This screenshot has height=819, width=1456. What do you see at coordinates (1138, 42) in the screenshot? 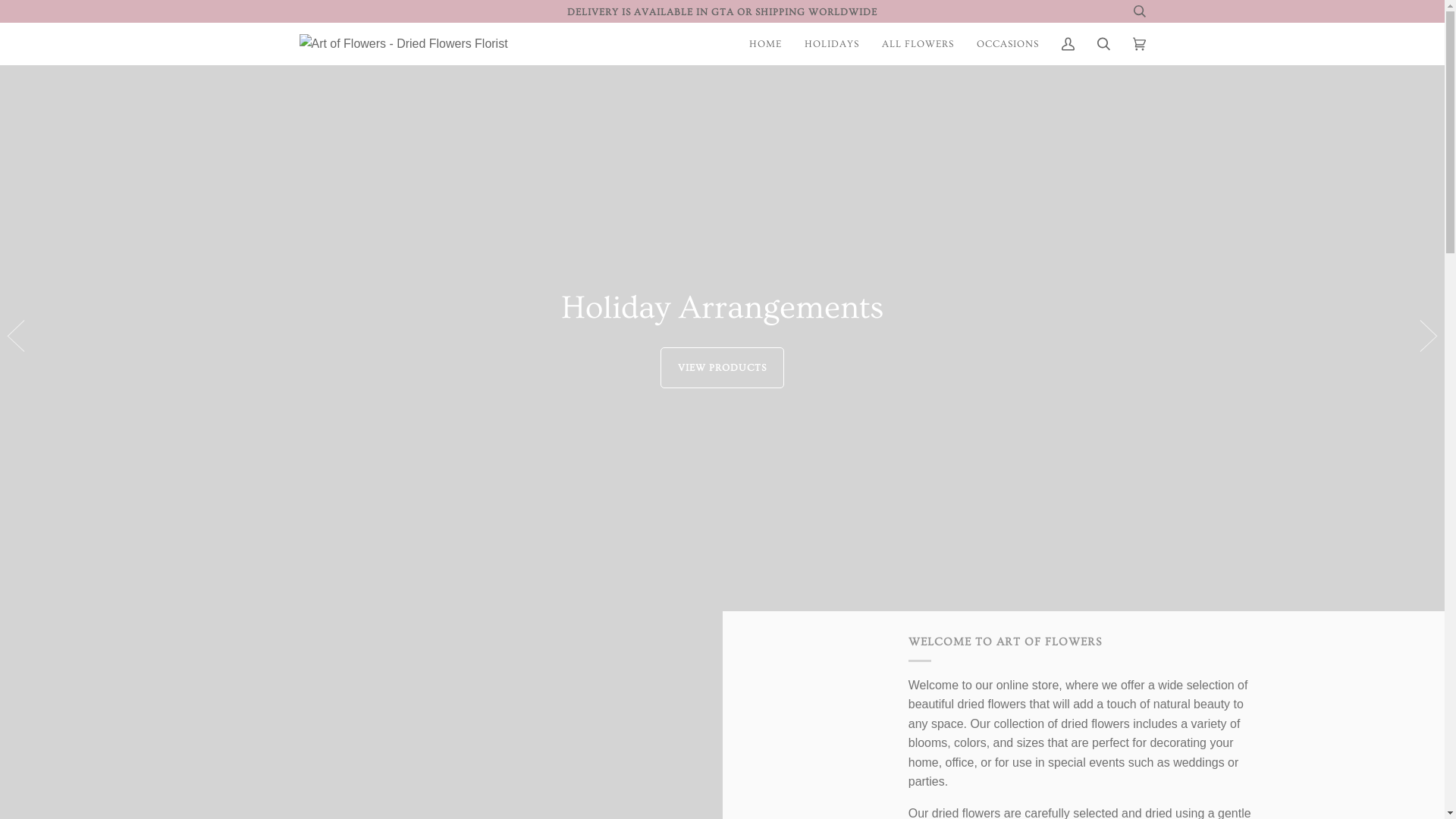
I see `'Cart` at bounding box center [1138, 42].